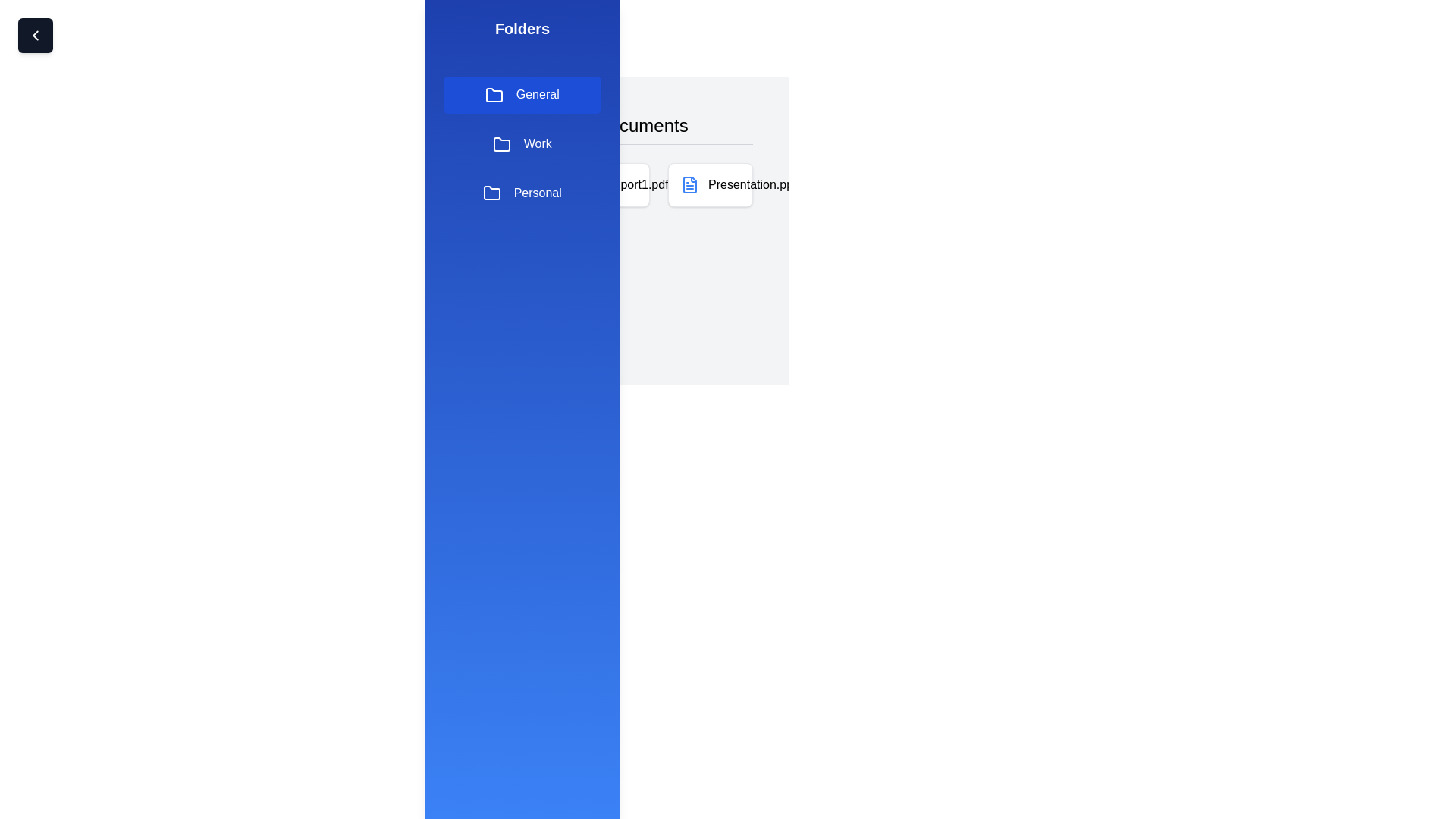 This screenshot has width=1456, height=819. What do you see at coordinates (709, 184) in the screenshot?
I see `the 'Presentation.pptx' file card, the third card in a horizontal list of three files` at bounding box center [709, 184].